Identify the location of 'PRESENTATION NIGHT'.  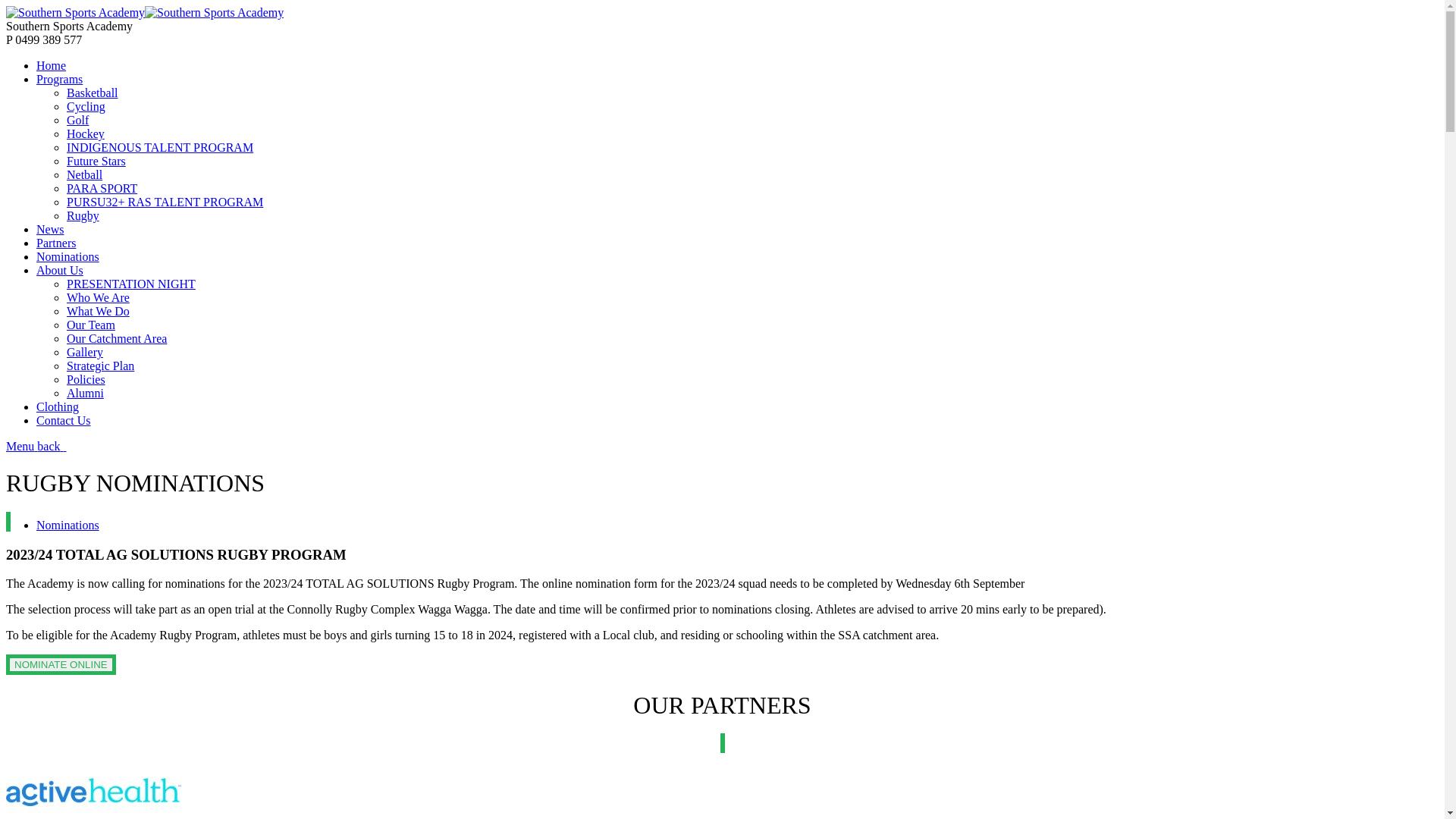
(130, 284).